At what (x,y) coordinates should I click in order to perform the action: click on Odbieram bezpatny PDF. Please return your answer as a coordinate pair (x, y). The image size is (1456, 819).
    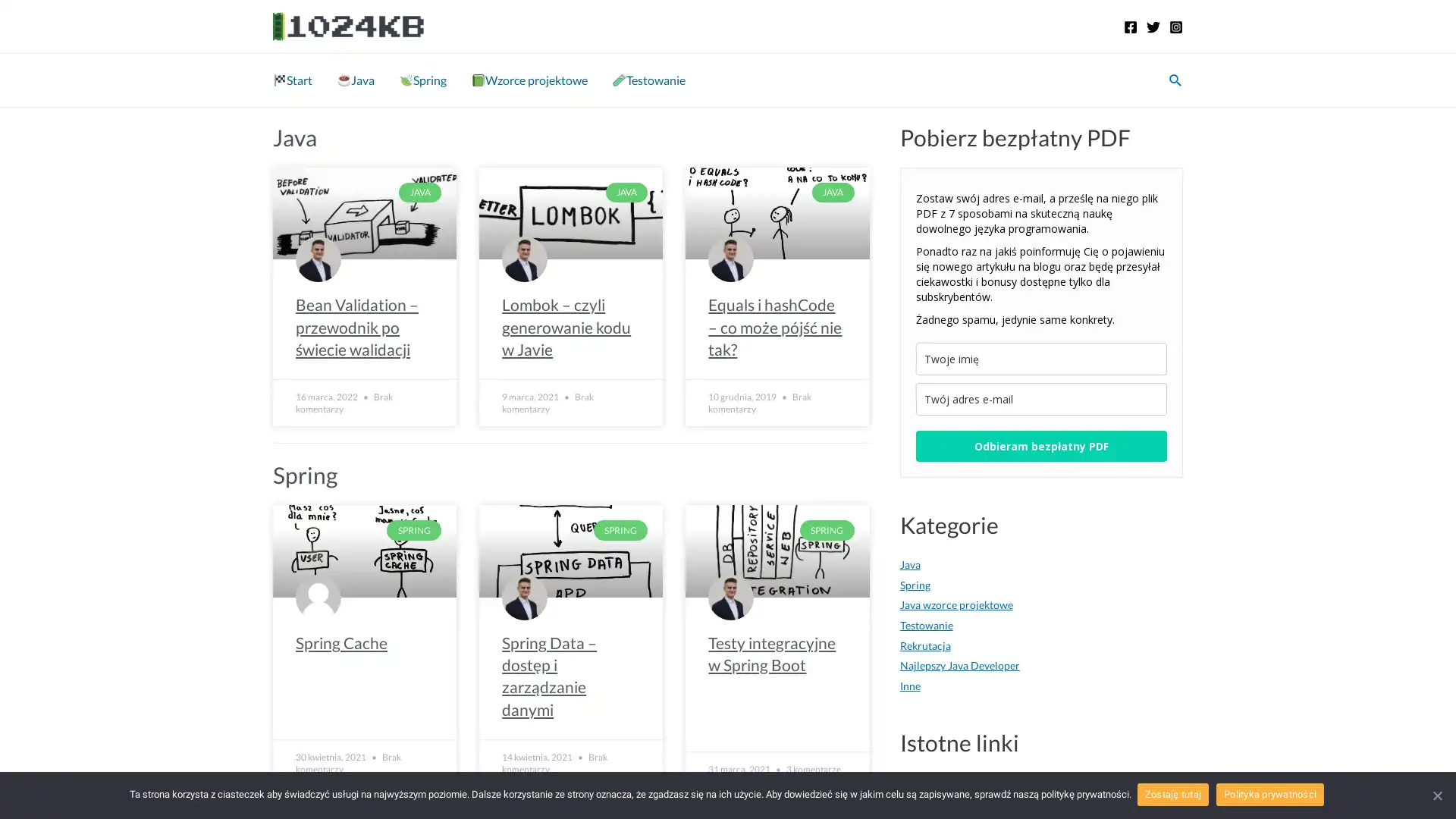
    Looking at the image, I should click on (1040, 445).